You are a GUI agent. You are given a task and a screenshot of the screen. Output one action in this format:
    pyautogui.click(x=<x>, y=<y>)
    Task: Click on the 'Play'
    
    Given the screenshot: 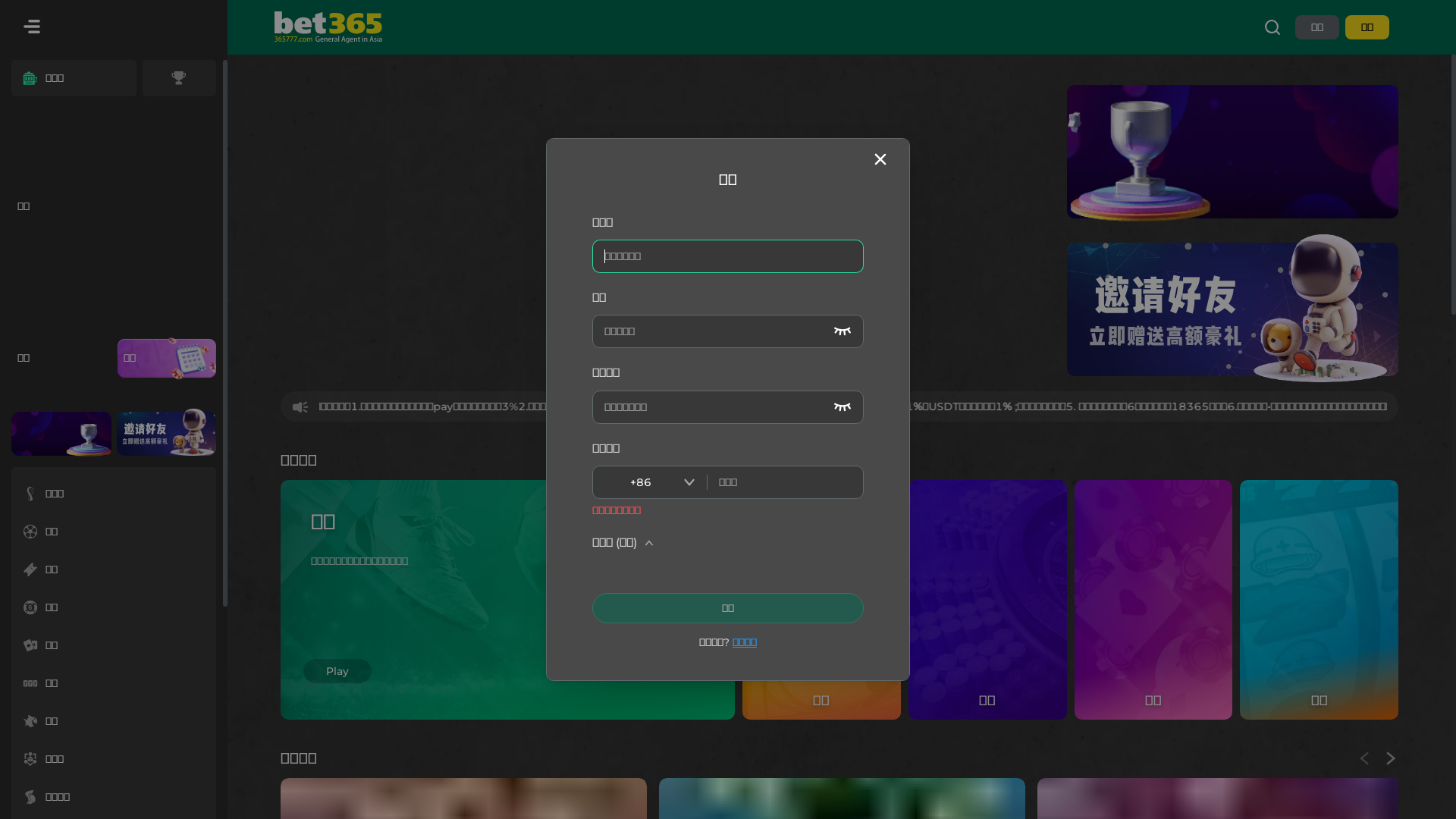 What is the action you would take?
    pyautogui.click(x=337, y=670)
    